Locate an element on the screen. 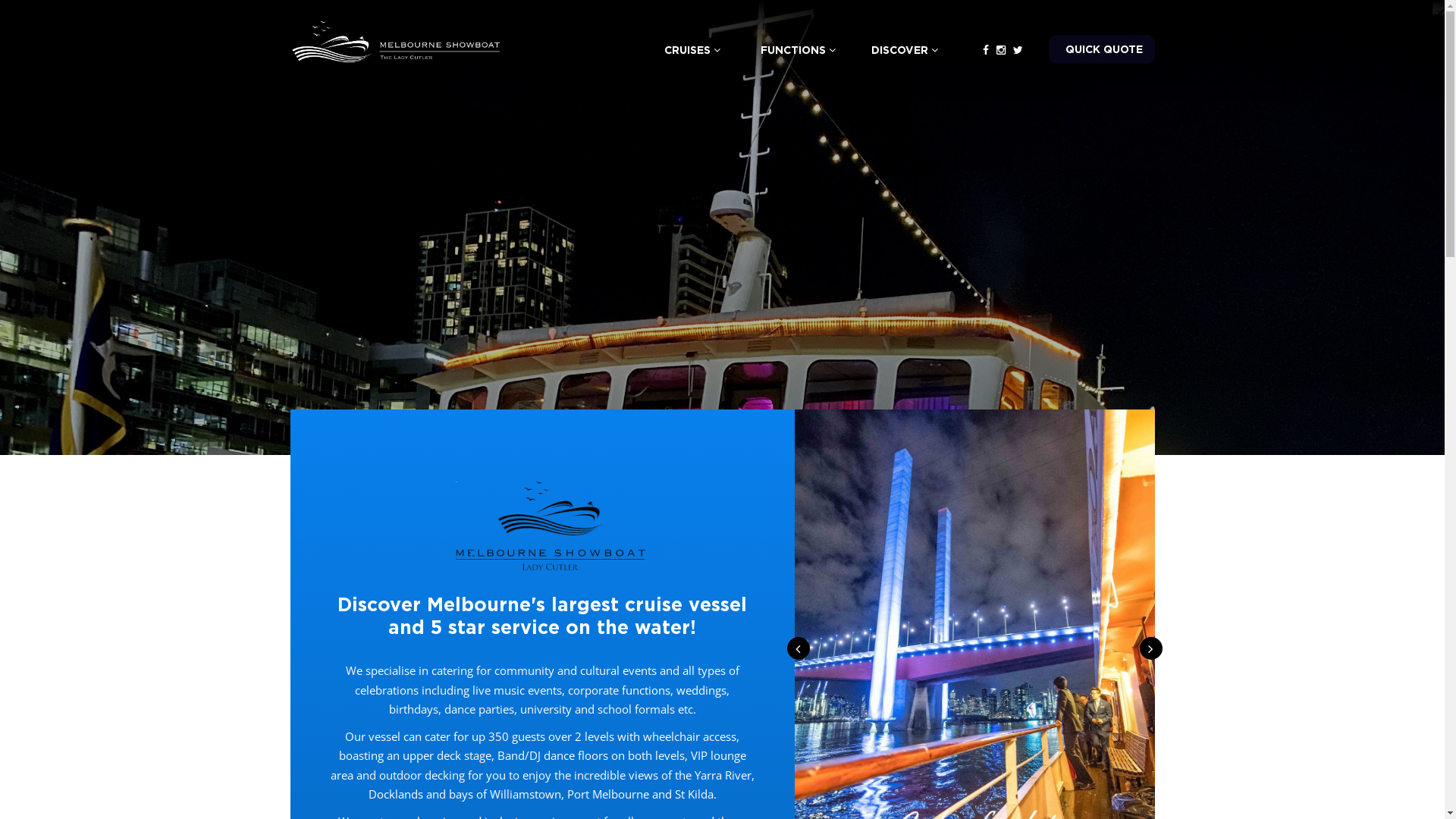  'DISCOVER' is located at coordinates (903, 49).